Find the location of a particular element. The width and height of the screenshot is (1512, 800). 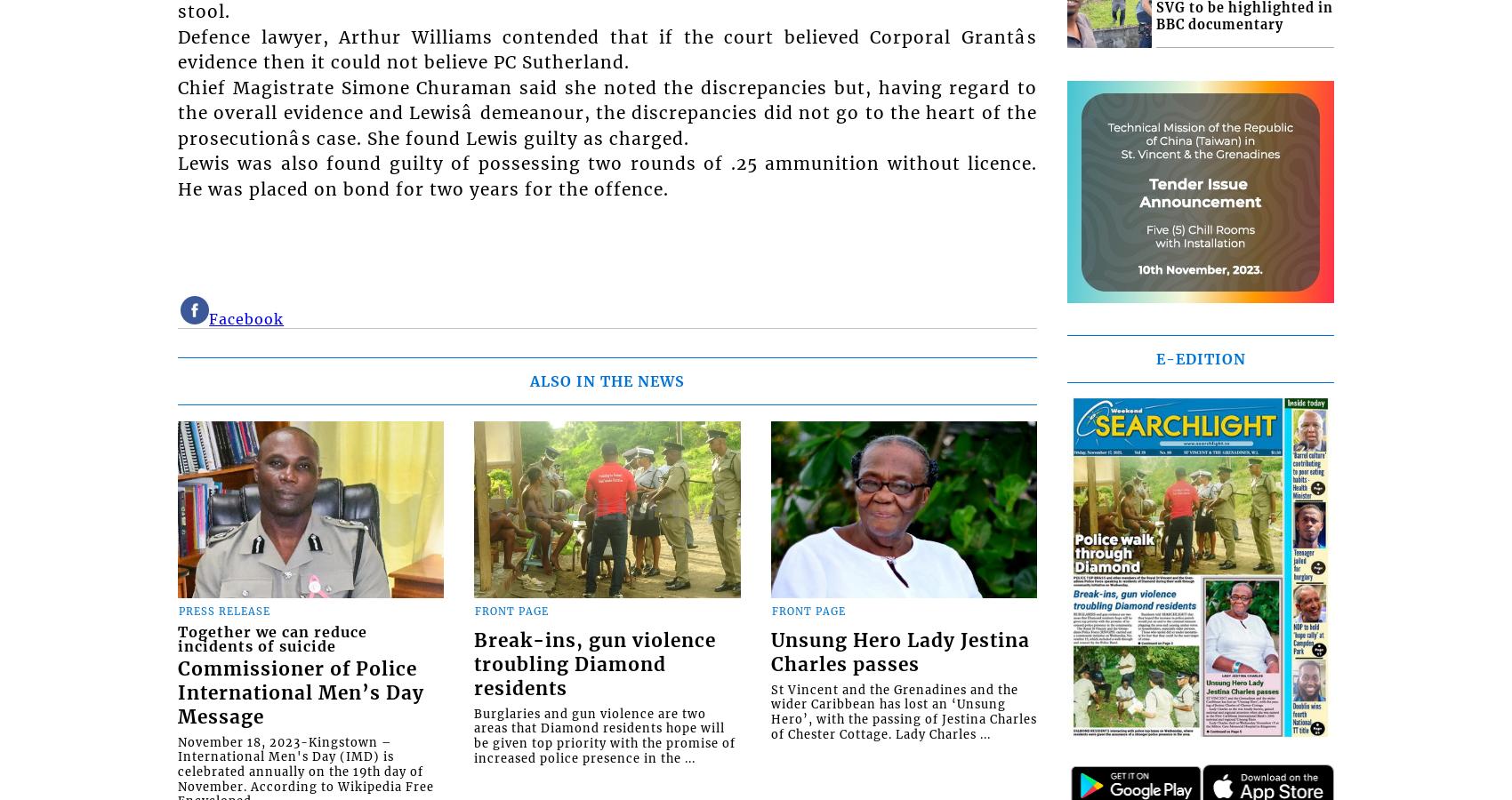

'Chief Magistrate Simone Churaman said she noted the discrepancies but, having regard to the overall evidence and Lewisâ demeanour, the discrepancies did not go to the heart of the prosecutionâs case. She found Lewis guilty as charged.' is located at coordinates (607, 112).